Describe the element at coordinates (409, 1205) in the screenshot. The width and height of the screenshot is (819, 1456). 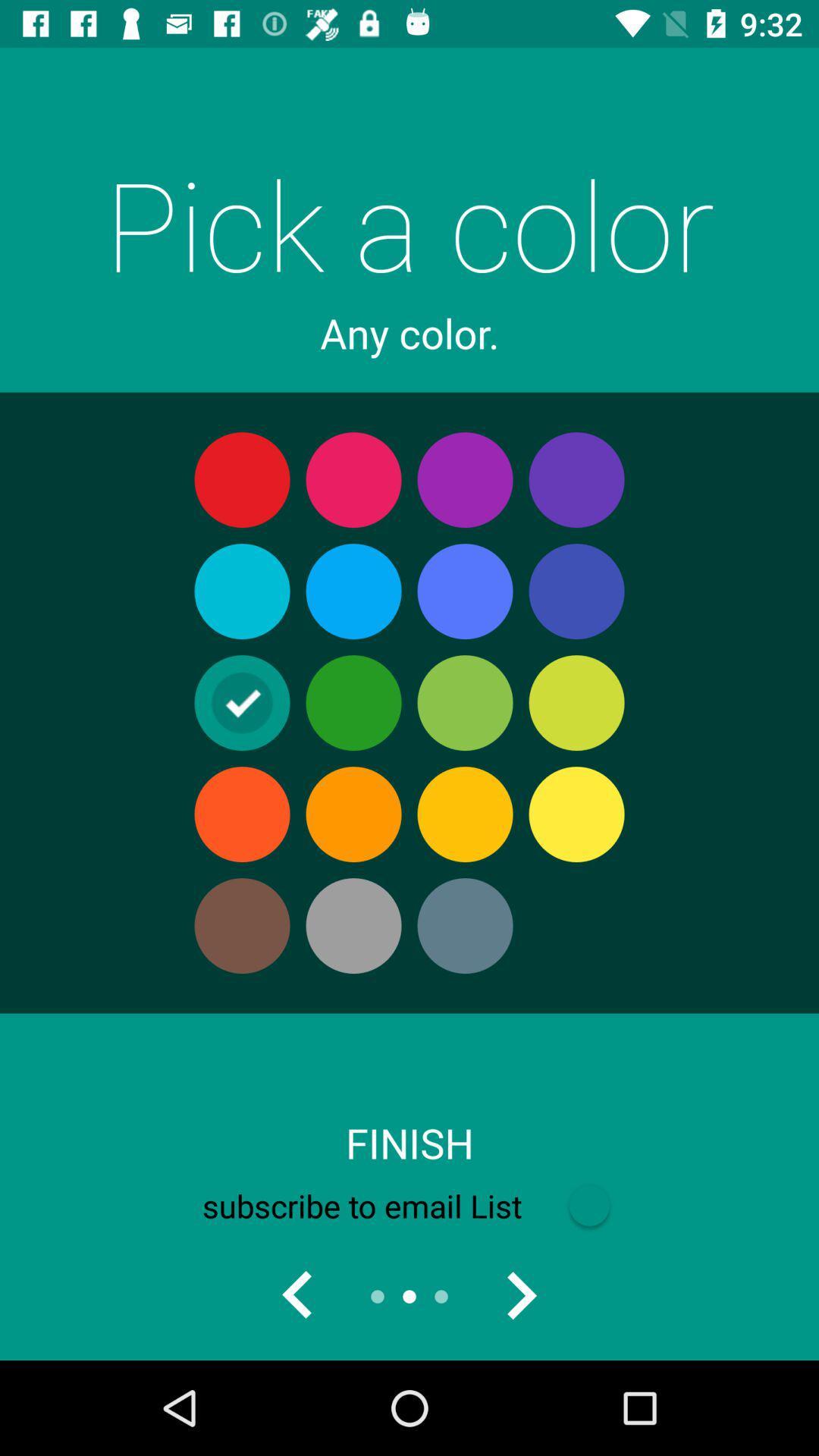
I see `the icon below the finish item` at that location.